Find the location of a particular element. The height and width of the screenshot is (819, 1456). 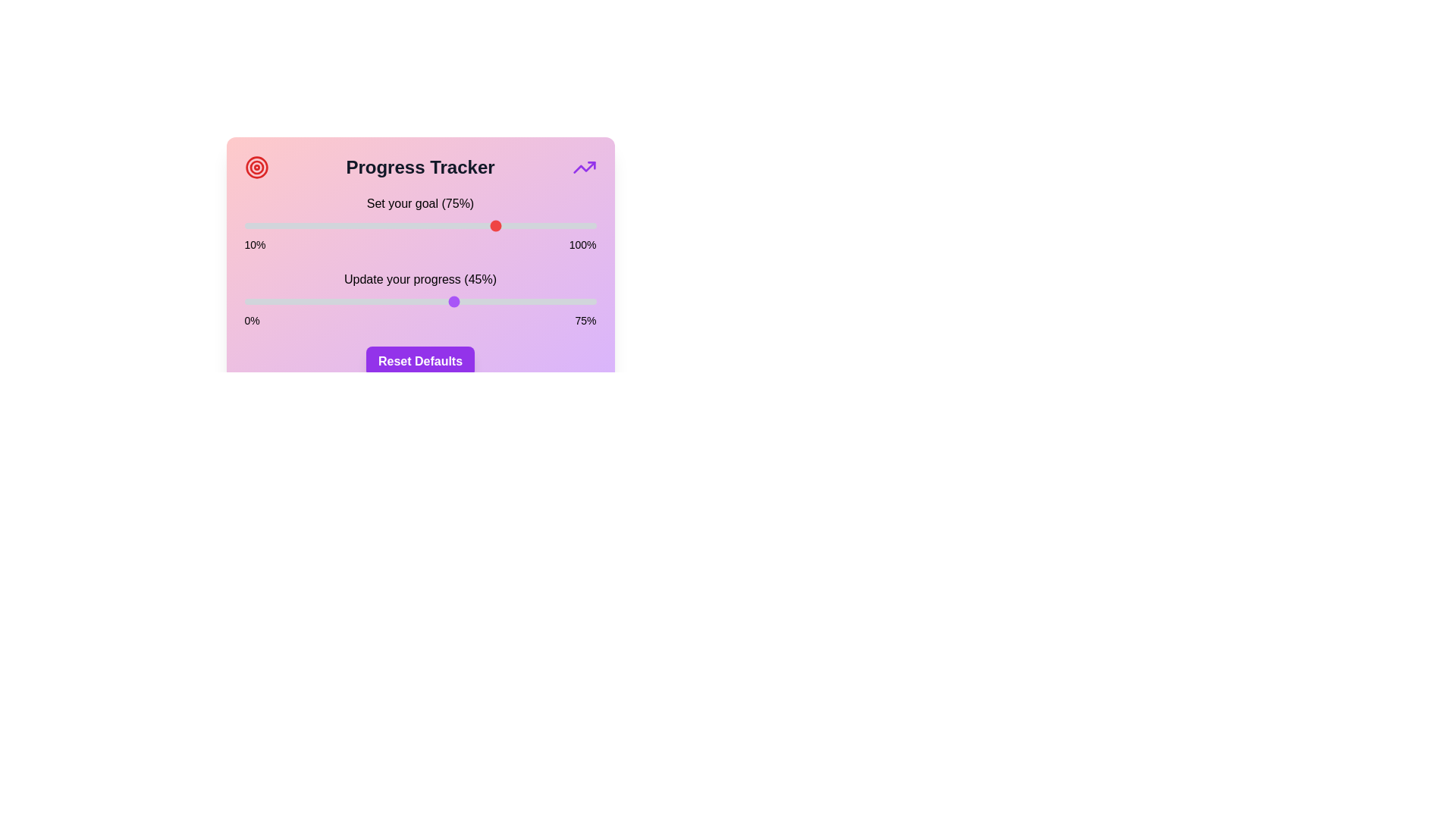

the 'Set your goal' slider to 89% is located at coordinates (552, 225).